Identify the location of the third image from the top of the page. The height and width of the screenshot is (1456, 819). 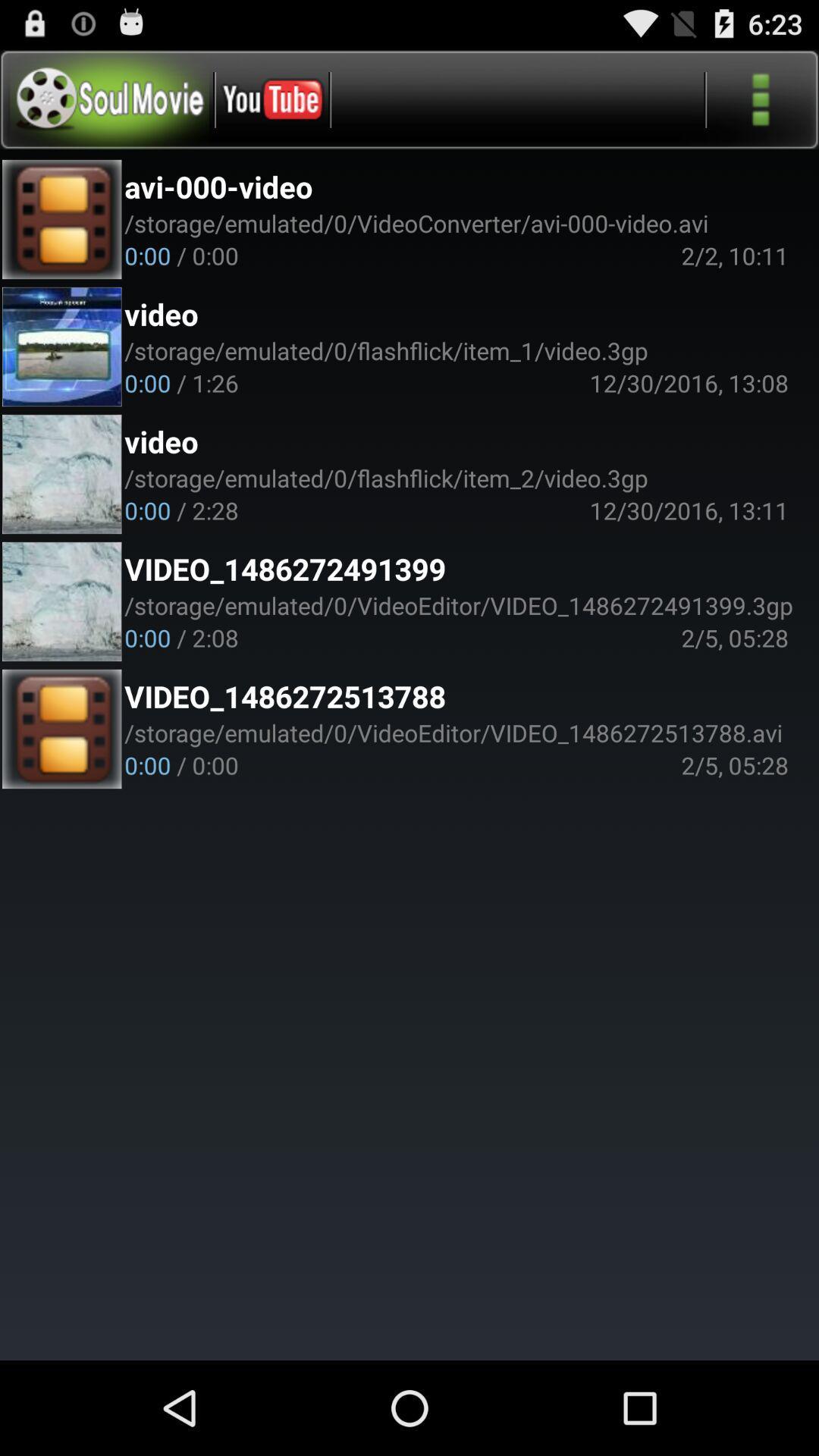
(61, 473).